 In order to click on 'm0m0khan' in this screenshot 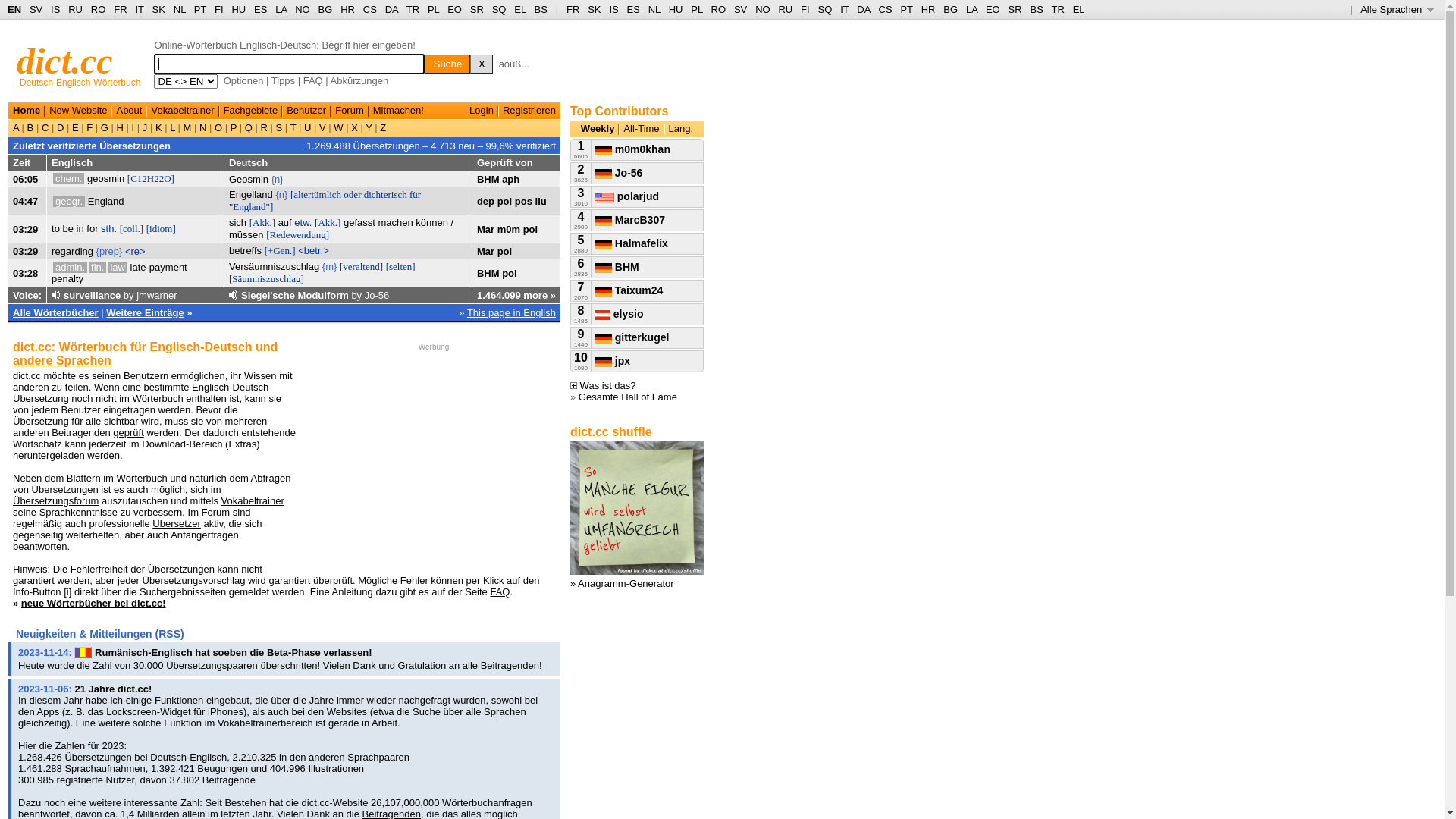, I will do `click(595, 149)`.